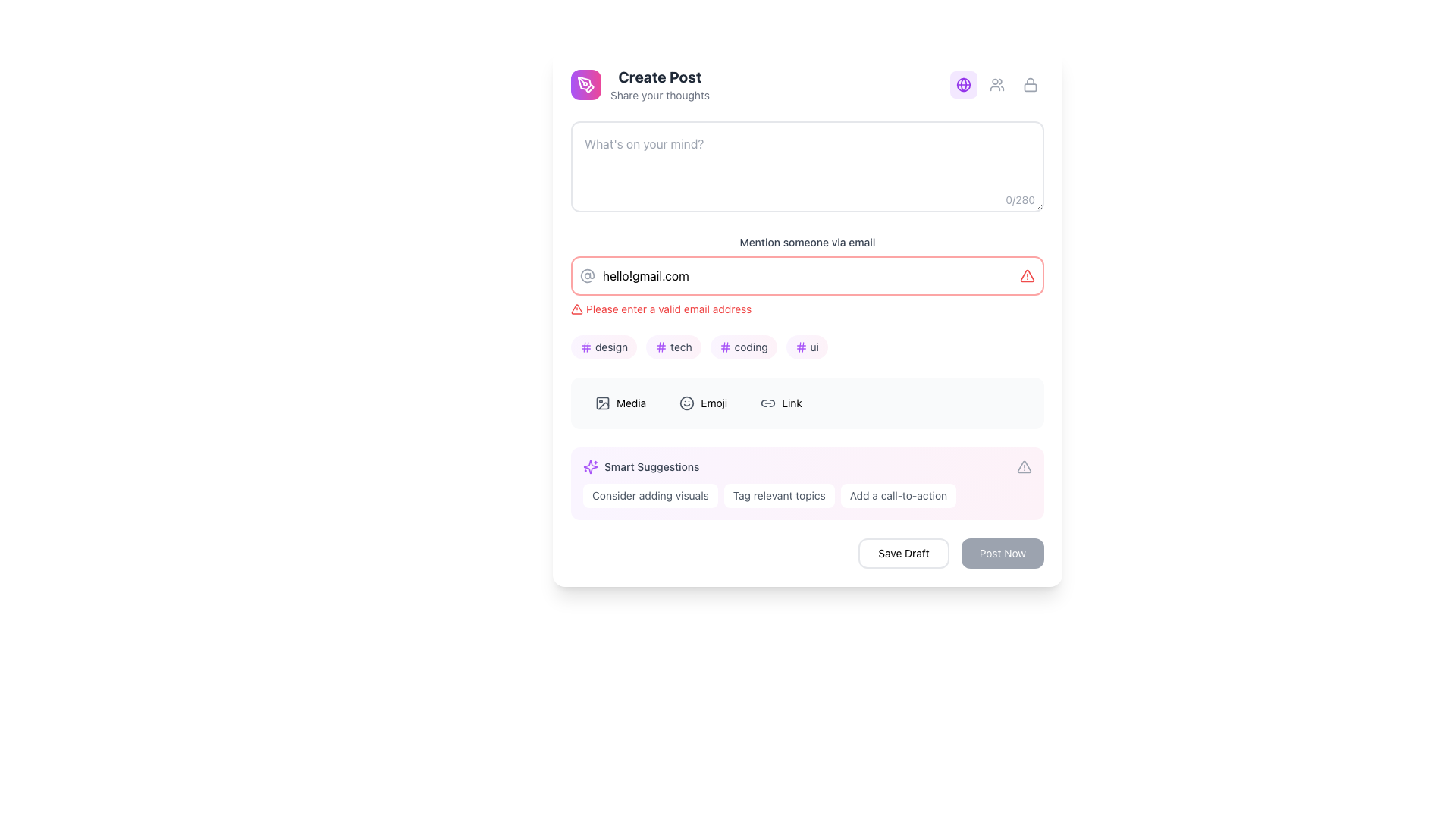  I want to click on the first button labeled 'design', so click(603, 347).